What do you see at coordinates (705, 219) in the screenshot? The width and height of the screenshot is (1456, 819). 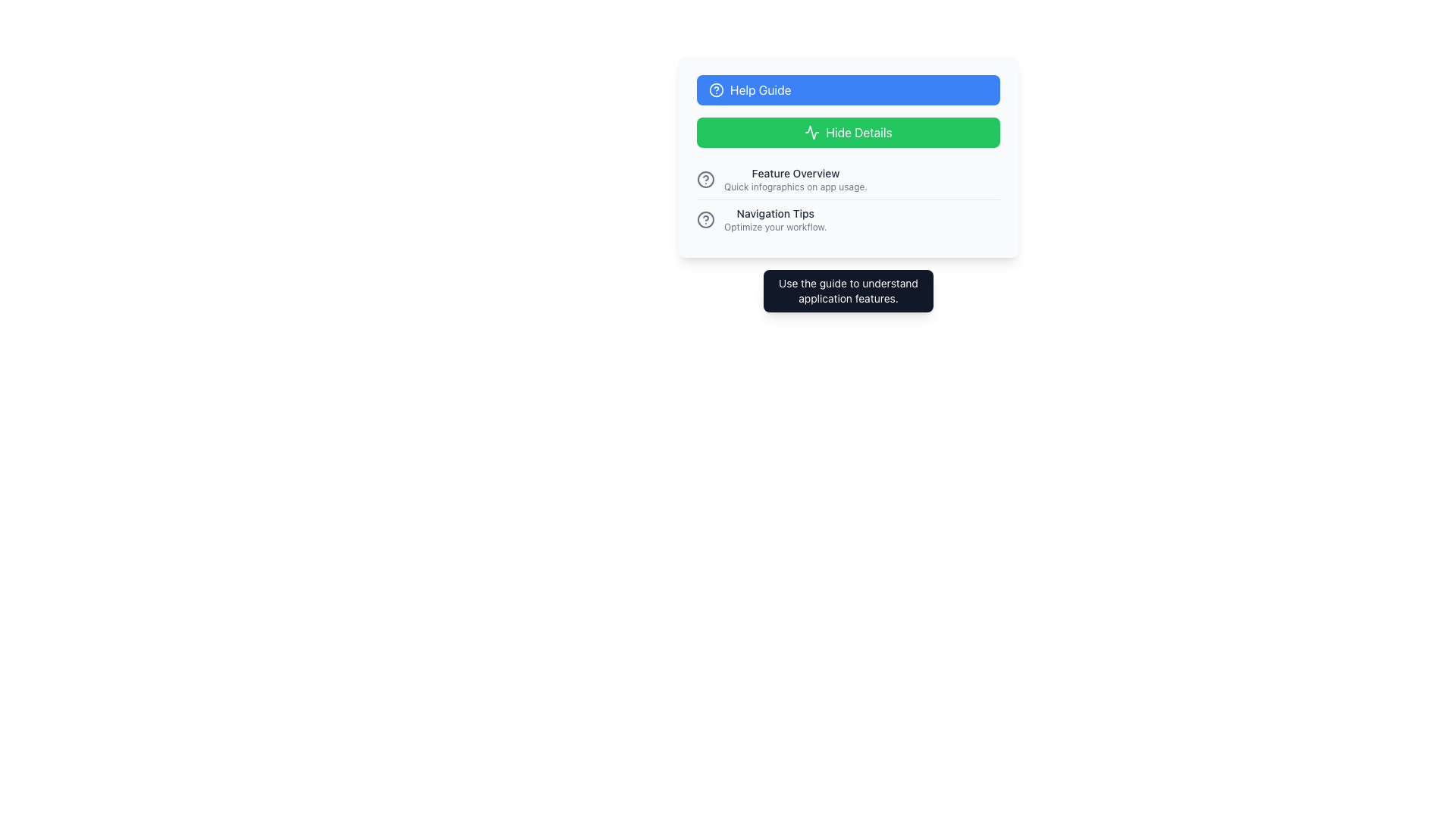 I see `the circular help icon with a question mark and dot, positioned to the left of the 'Navigation Tips' list item` at bounding box center [705, 219].